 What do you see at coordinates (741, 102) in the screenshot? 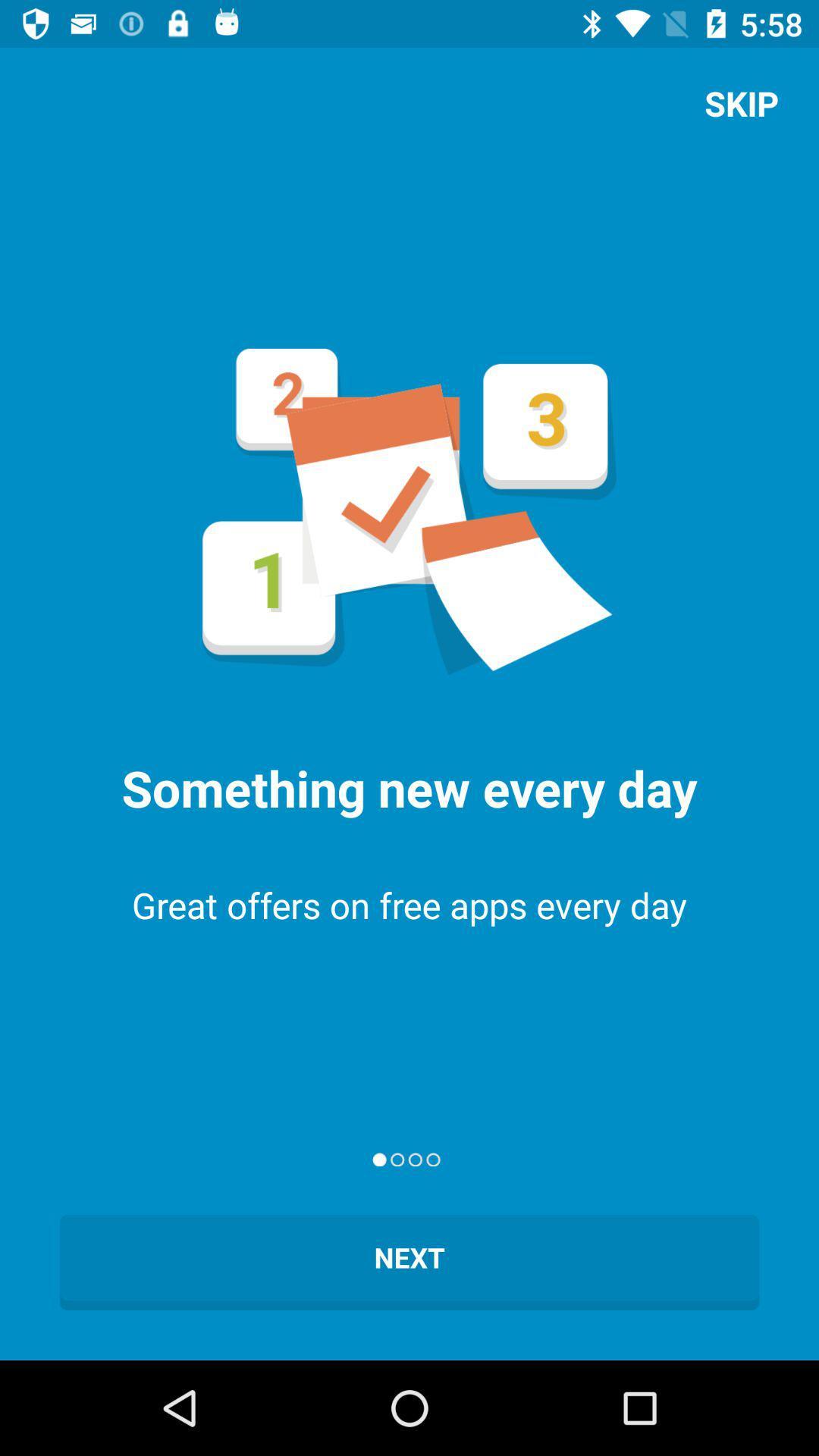
I see `app at the top right corner` at bounding box center [741, 102].